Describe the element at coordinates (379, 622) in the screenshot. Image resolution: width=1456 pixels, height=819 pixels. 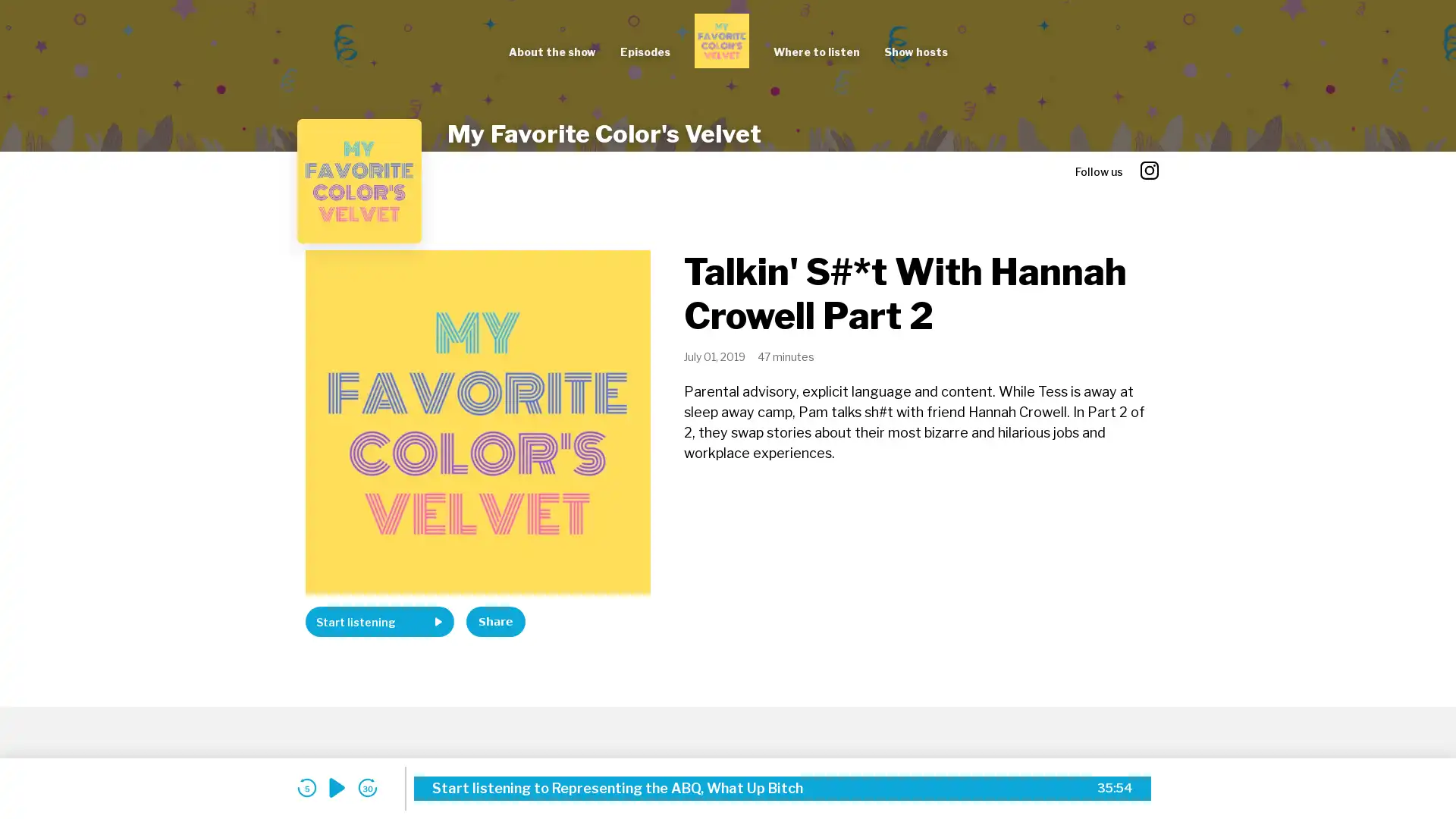
I see `Start listening` at that location.